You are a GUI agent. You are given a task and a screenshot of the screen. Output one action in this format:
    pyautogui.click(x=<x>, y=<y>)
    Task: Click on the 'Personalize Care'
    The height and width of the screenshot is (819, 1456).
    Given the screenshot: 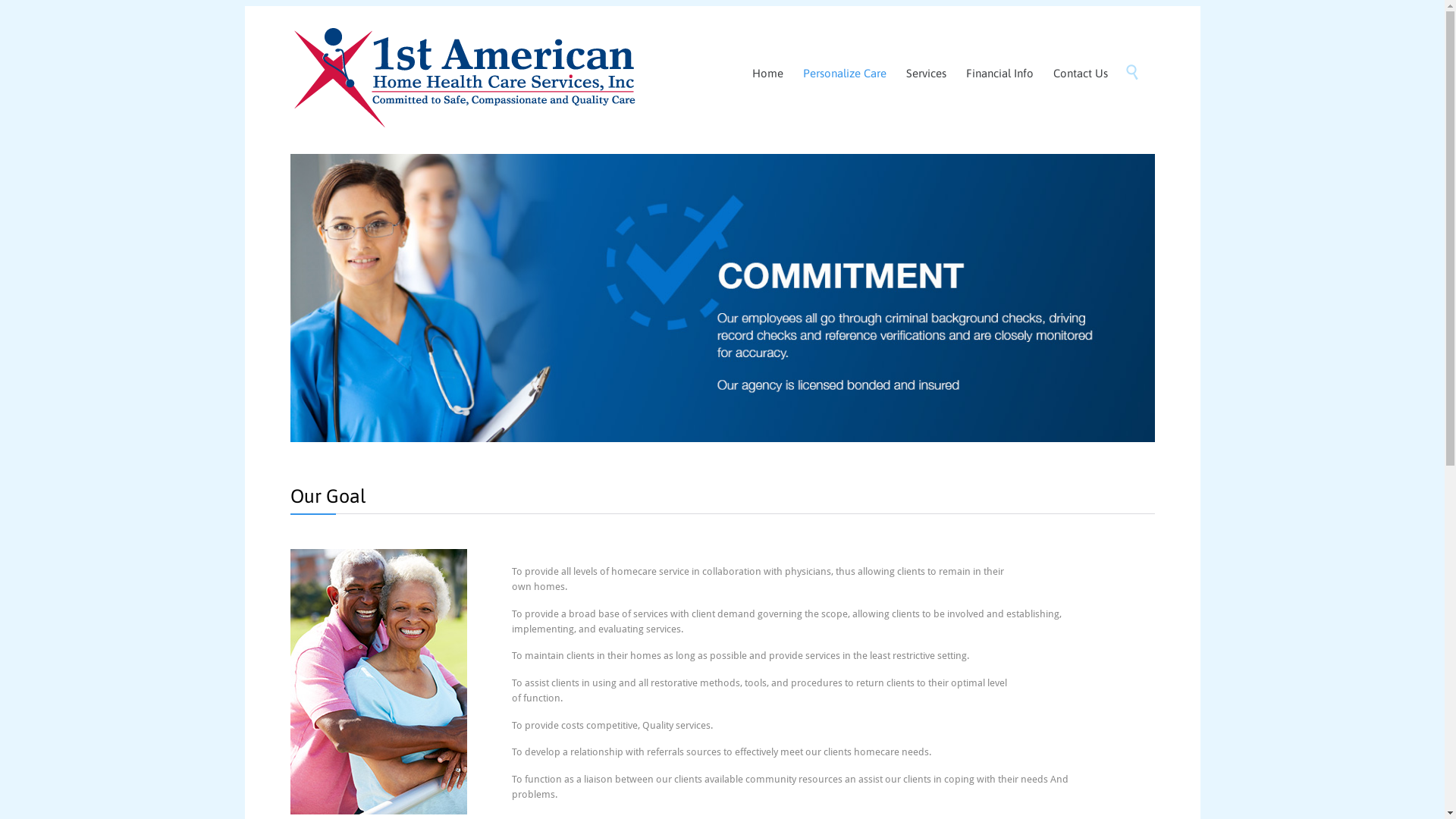 What is the action you would take?
    pyautogui.click(x=843, y=74)
    